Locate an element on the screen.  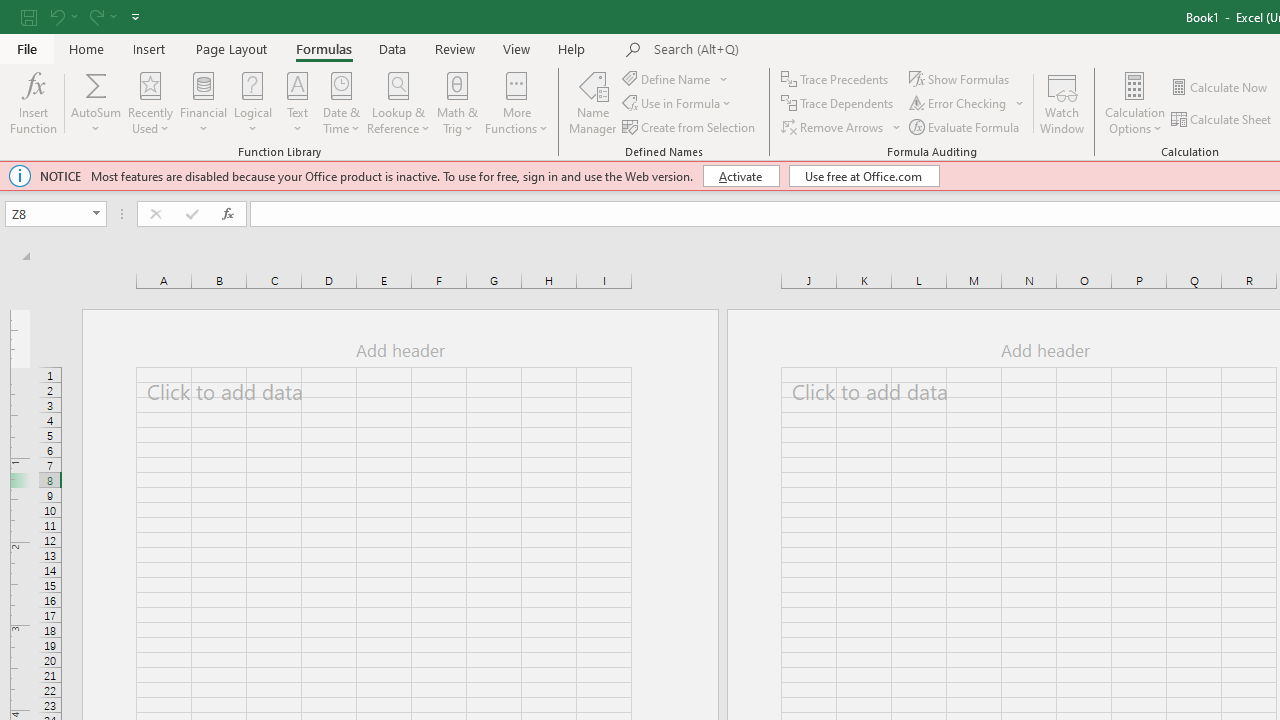
'Activate' is located at coordinates (740, 175).